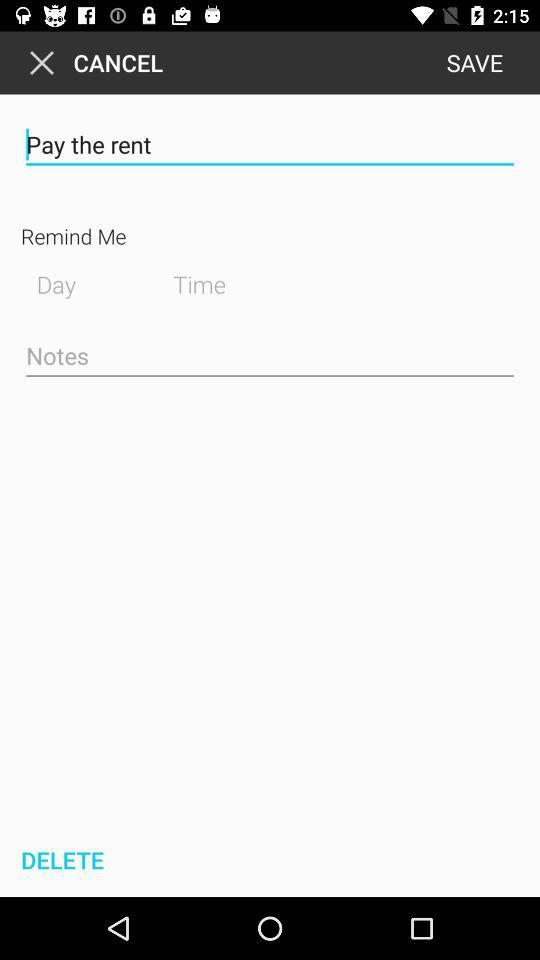 Image resolution: width=540 pixels, height=960 pixels. What do you see at coordinates (270, 357) in the screenshot?
I see `notes` at bounding box center [270, 357].